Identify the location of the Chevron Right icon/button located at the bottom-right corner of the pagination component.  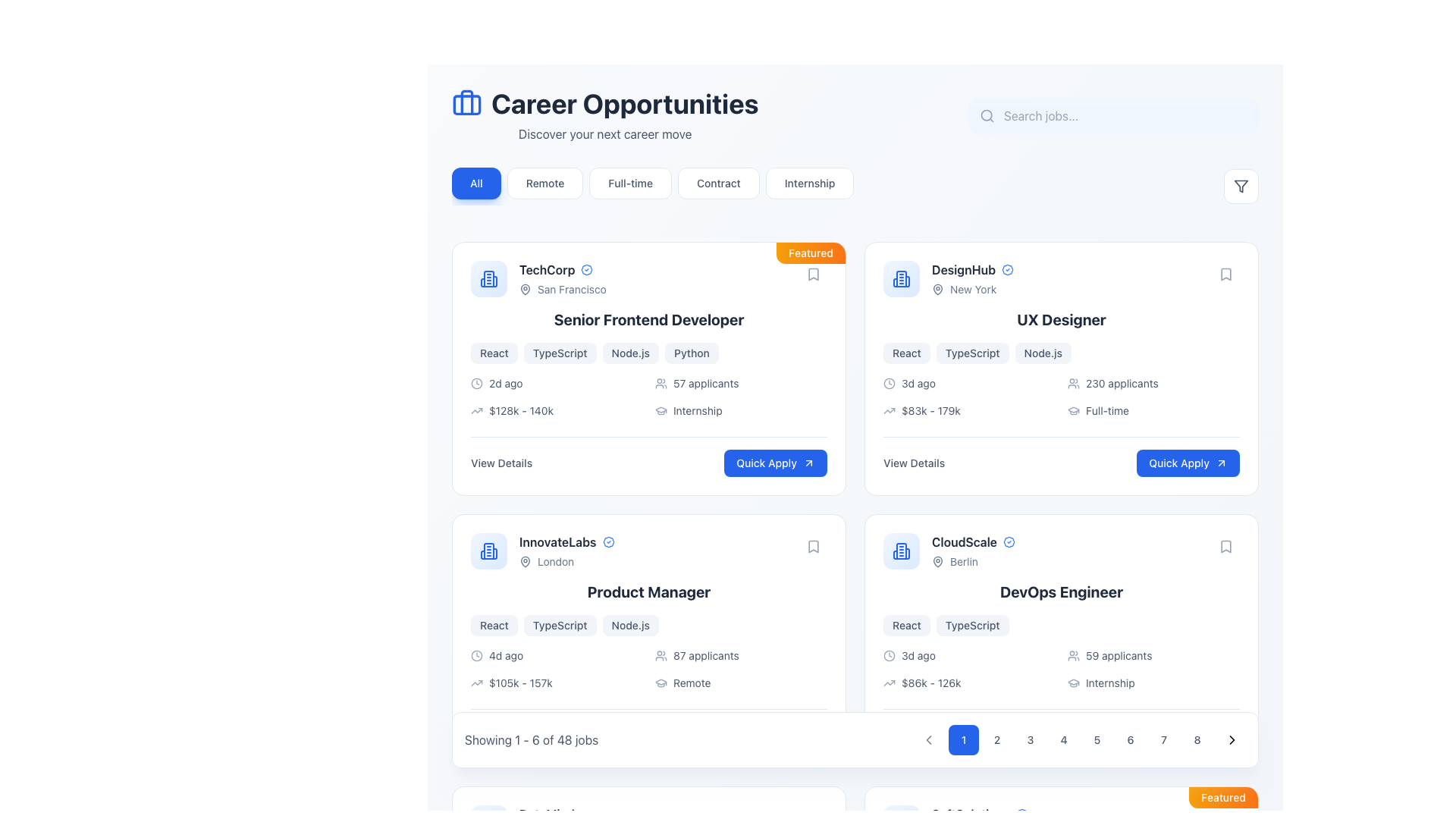
(1232, 739).